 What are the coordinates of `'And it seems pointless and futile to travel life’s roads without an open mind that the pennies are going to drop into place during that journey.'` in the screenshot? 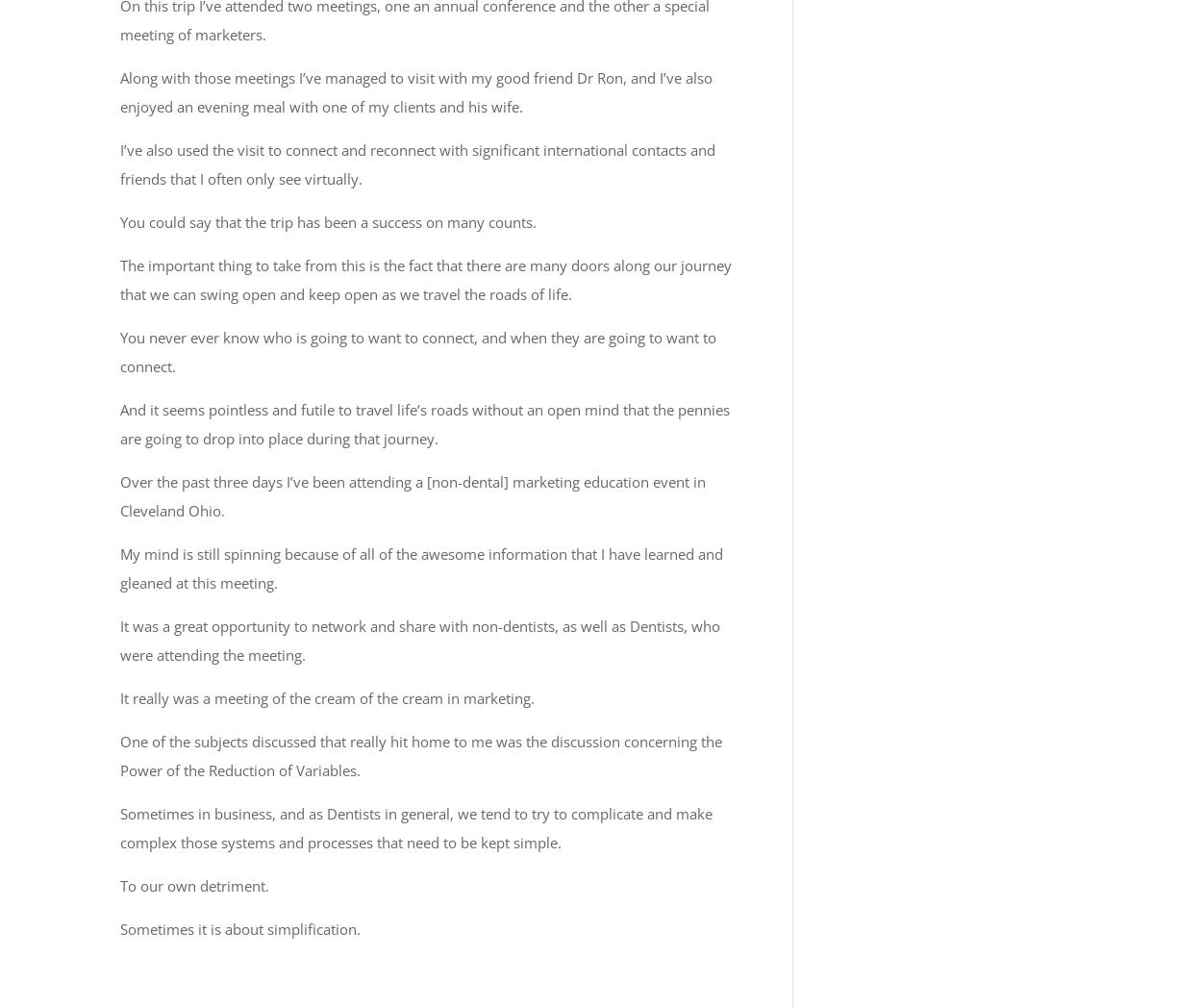 It's located at (424, 421).